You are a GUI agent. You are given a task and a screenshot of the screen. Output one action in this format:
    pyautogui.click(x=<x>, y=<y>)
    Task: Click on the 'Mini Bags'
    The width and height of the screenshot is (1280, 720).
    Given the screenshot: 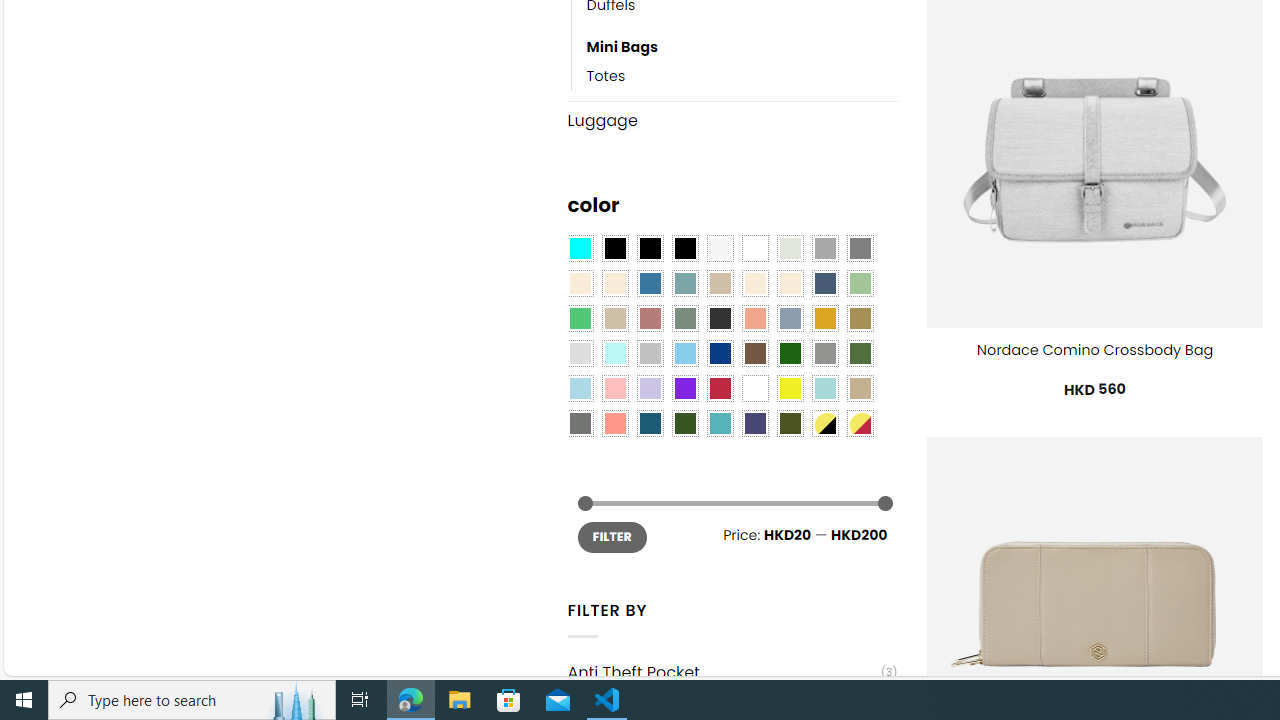 What is the action you would take?
    pyautogui.click(x=741, y=47)
    